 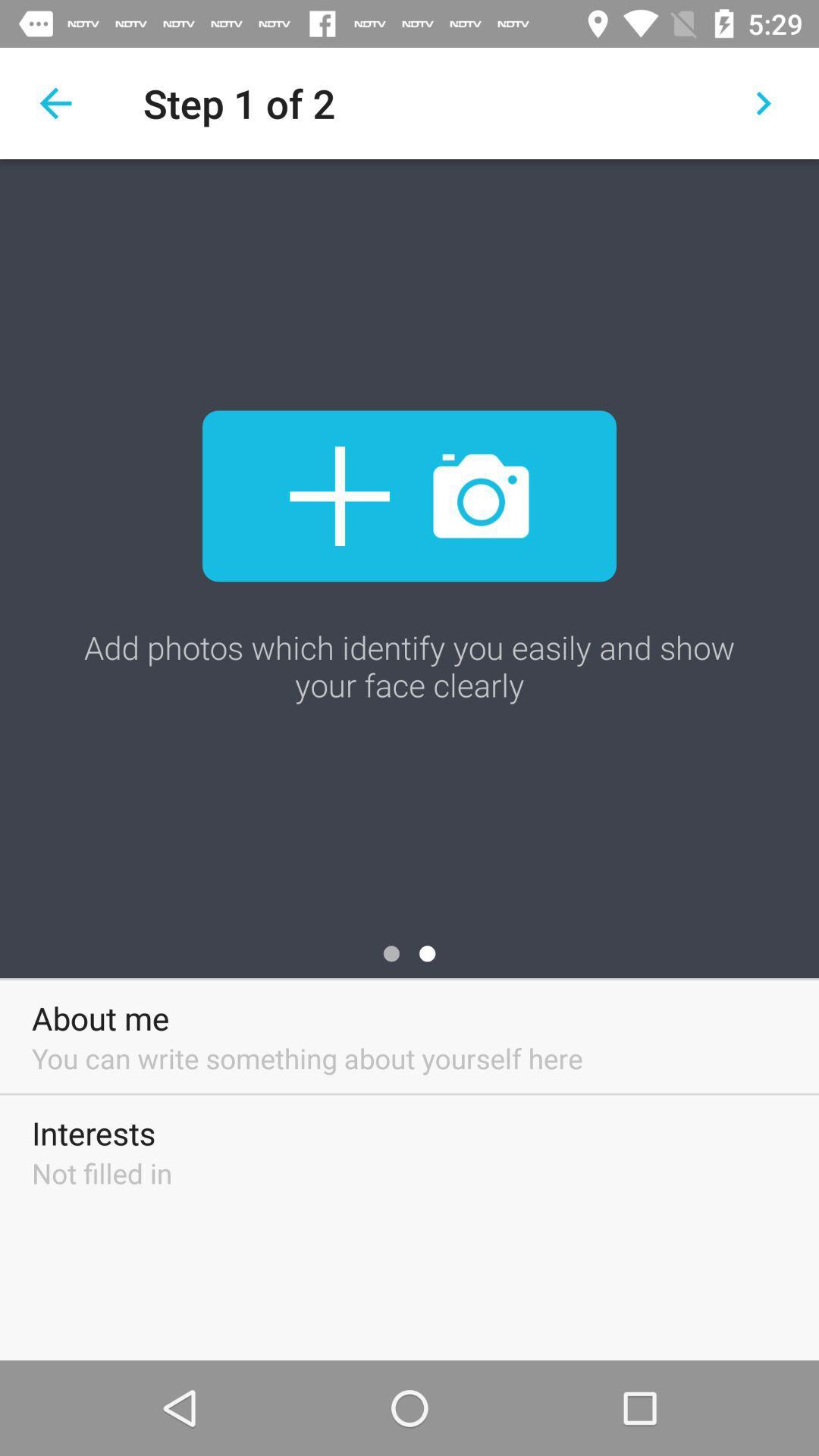 I want to click on the icon above add photos which icon, so click(x=409, y=496).